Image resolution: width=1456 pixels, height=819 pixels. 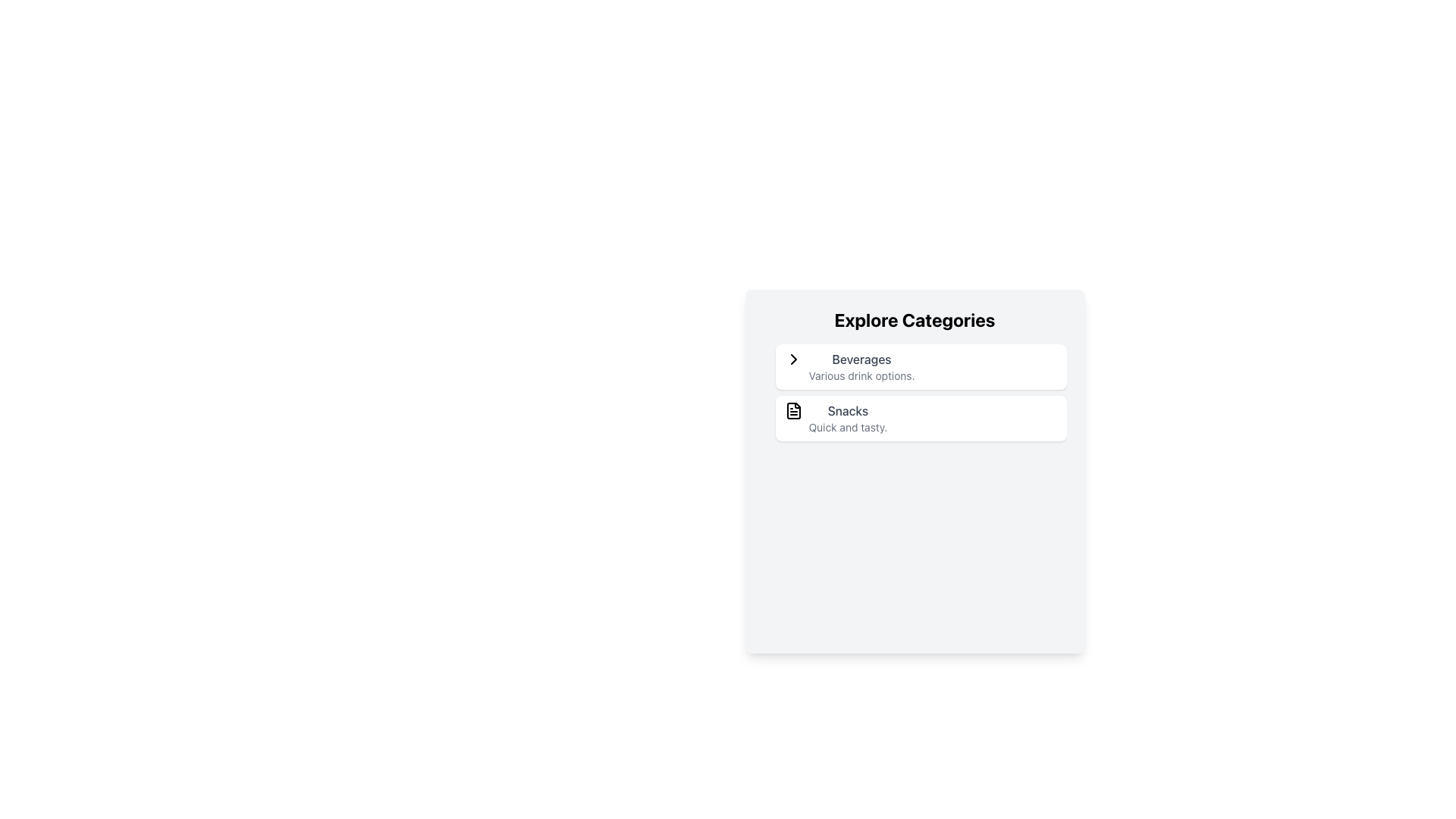 What do you see at coordinates (920, 418) in the screenshot?
I see `the 'Snacks' category card located below the 'Beverages' card in the 'Explore Categories' section` at bounding box center [920, 418].